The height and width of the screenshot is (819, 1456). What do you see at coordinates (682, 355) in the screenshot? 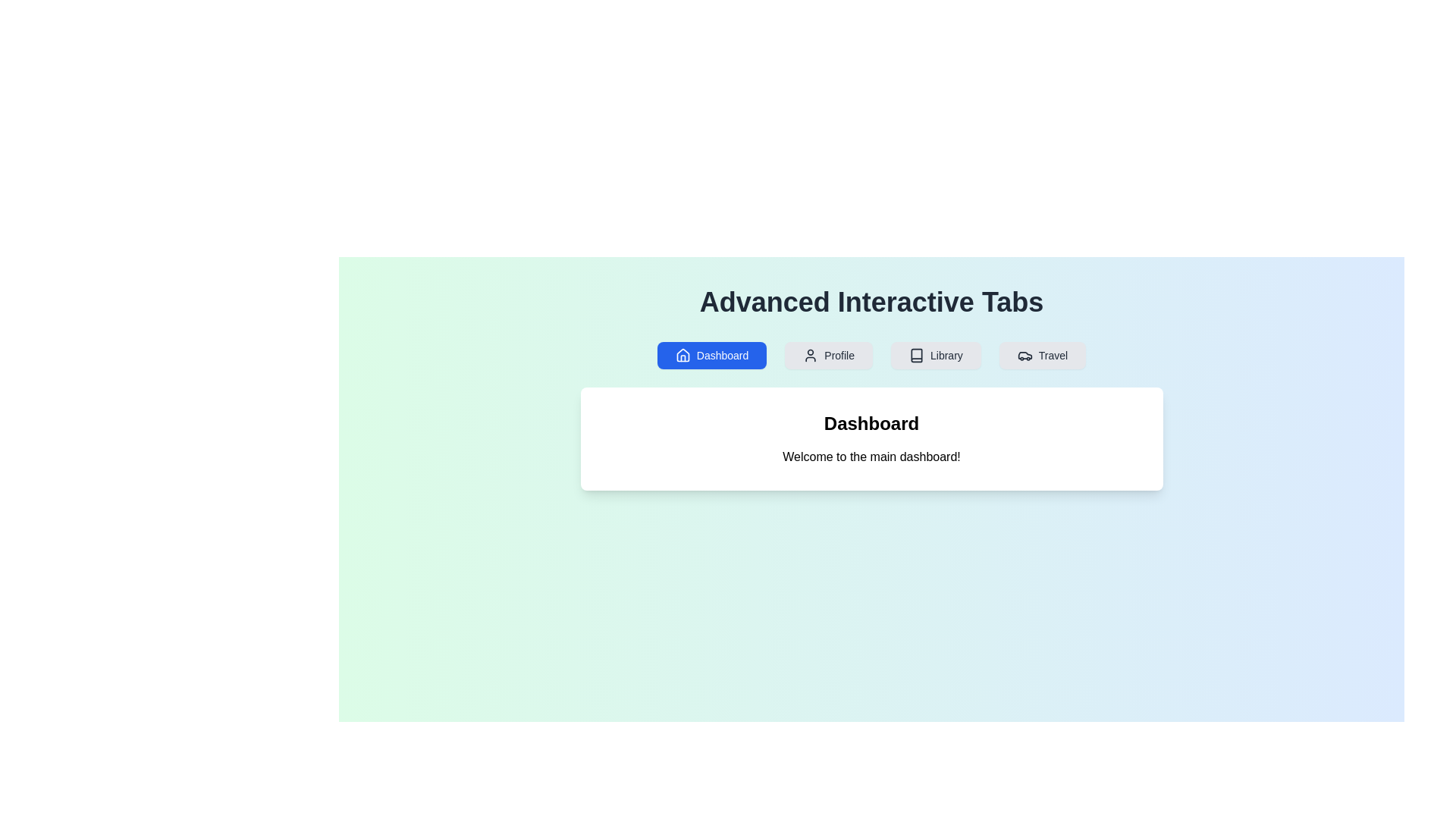
I see `the house-shaped icon in the 'Dashboard' section, located at the top left of the interface, which is part of the navigation menu` at bounding box center [682, 355].